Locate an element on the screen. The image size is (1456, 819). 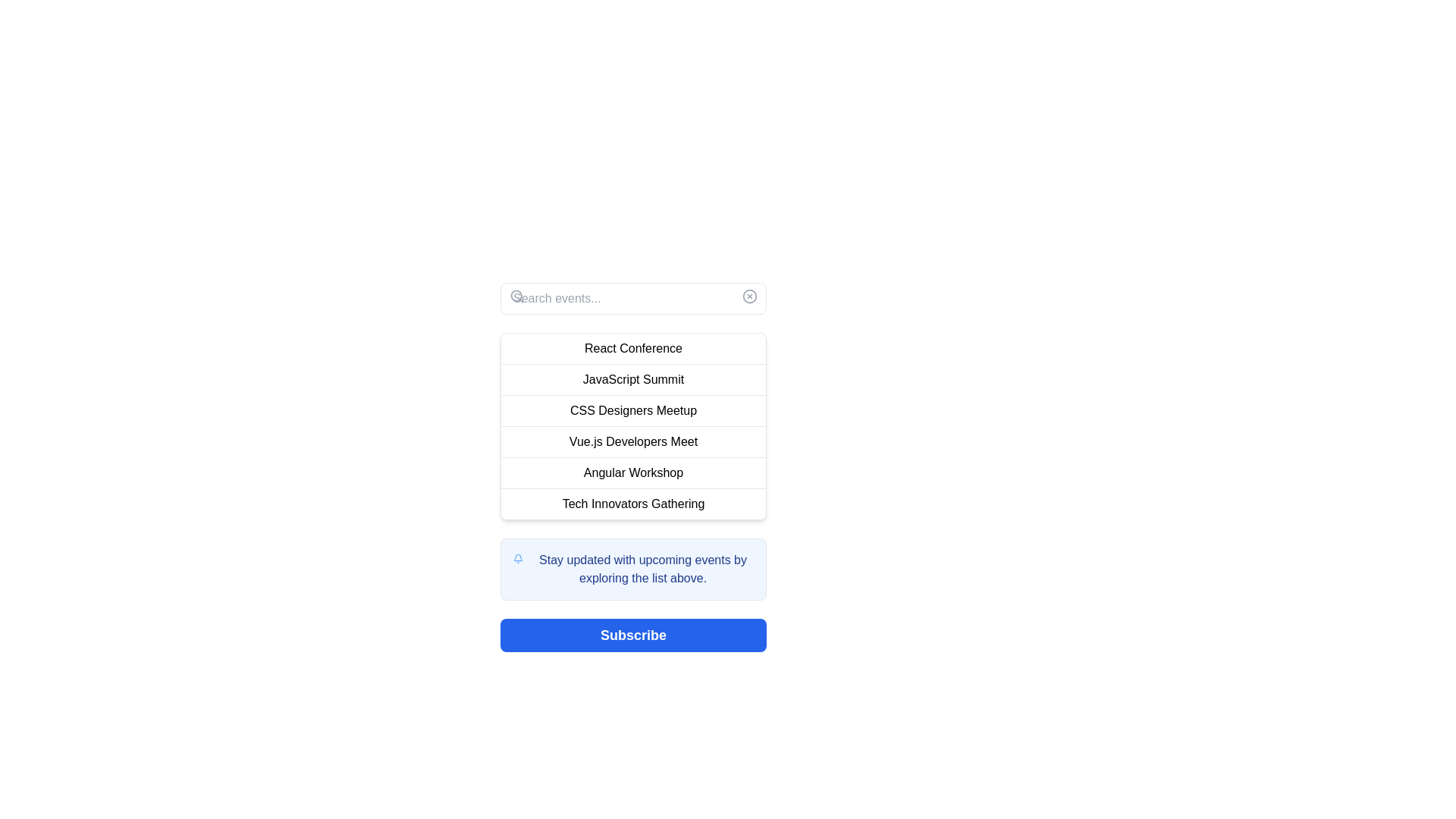
the clear button located at the top-right corner of the search input field to clear any text entered in the search bar is located at coordinates (749, 296).